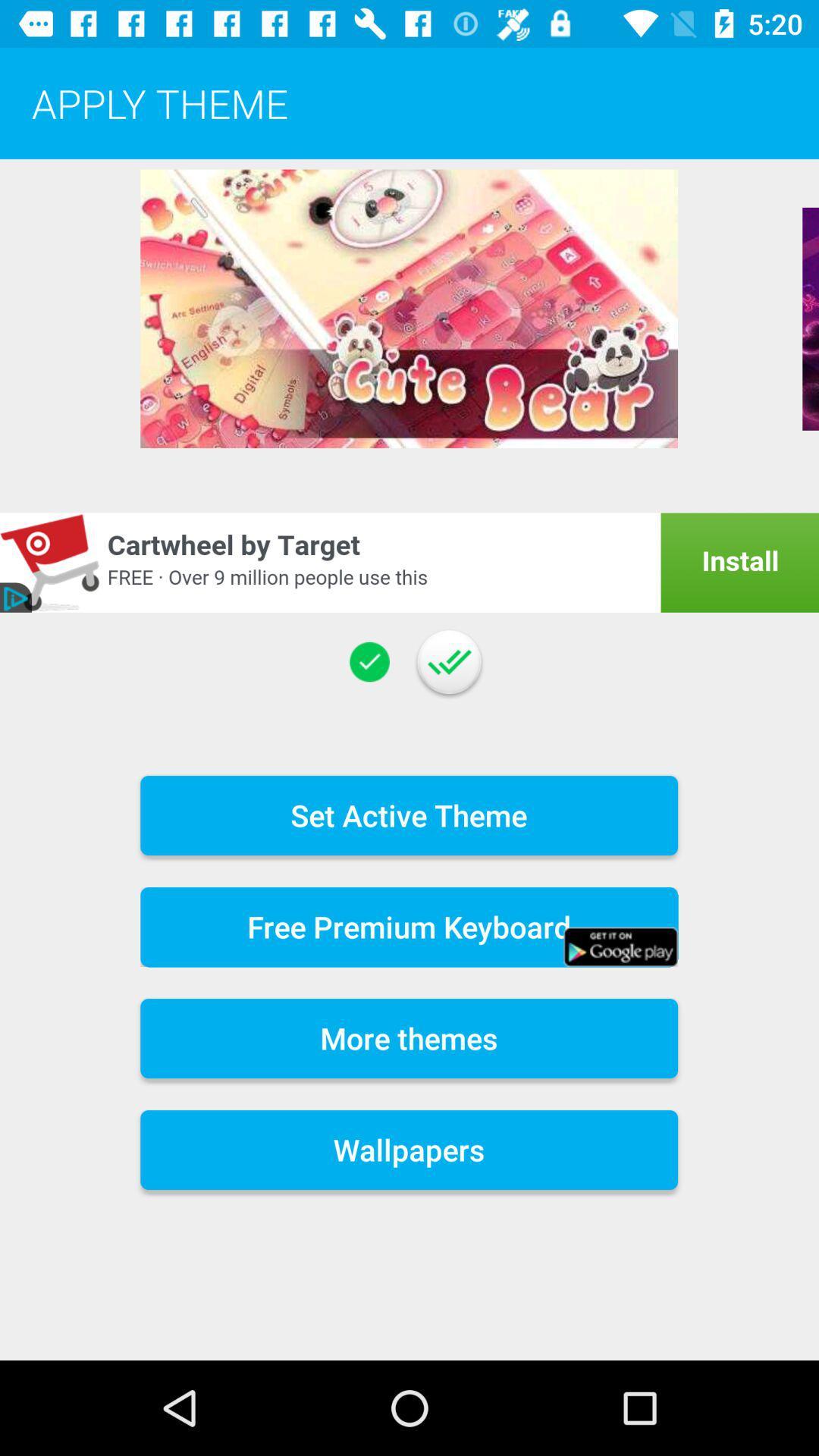 Image resolution: width=819 pixels, height=1456 pixels. Describe the element at coordinates (408, 814) in the screenshot. I see `set active theme item` at that location.